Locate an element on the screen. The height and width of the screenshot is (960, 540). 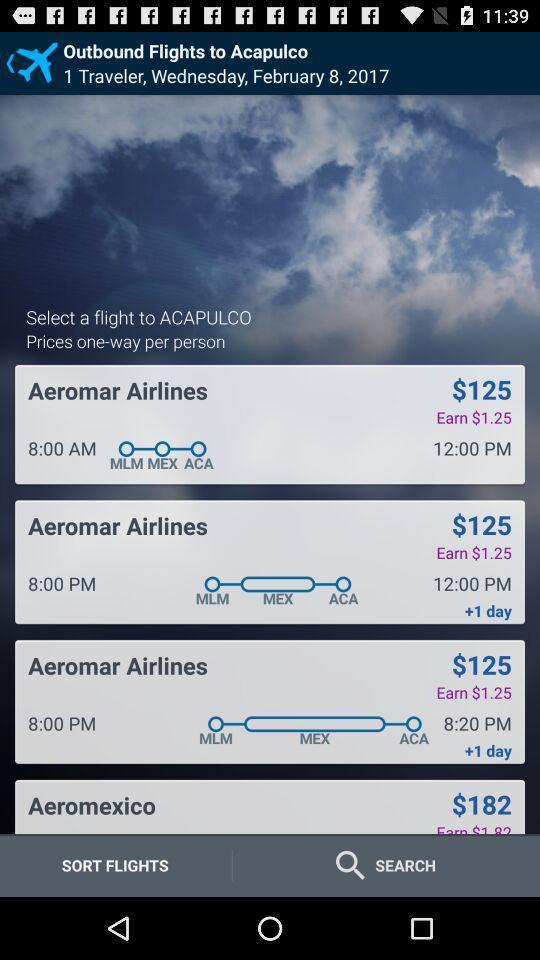
the icon above earn $1.82 is located at coordinates (480, 804).